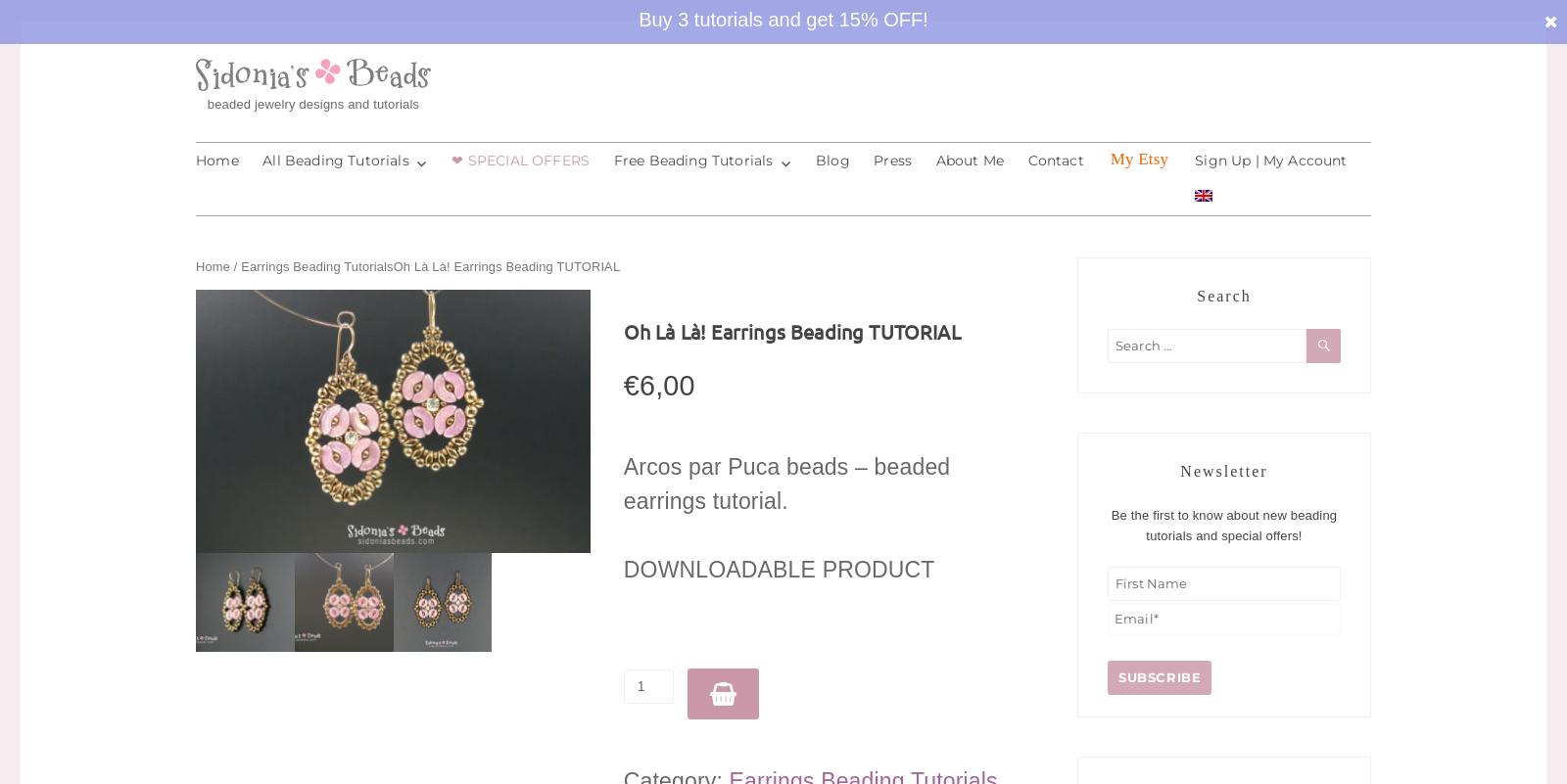 This screenshot has width=1567, height=784. I want to click on 'Contact', so click(1055, 160).